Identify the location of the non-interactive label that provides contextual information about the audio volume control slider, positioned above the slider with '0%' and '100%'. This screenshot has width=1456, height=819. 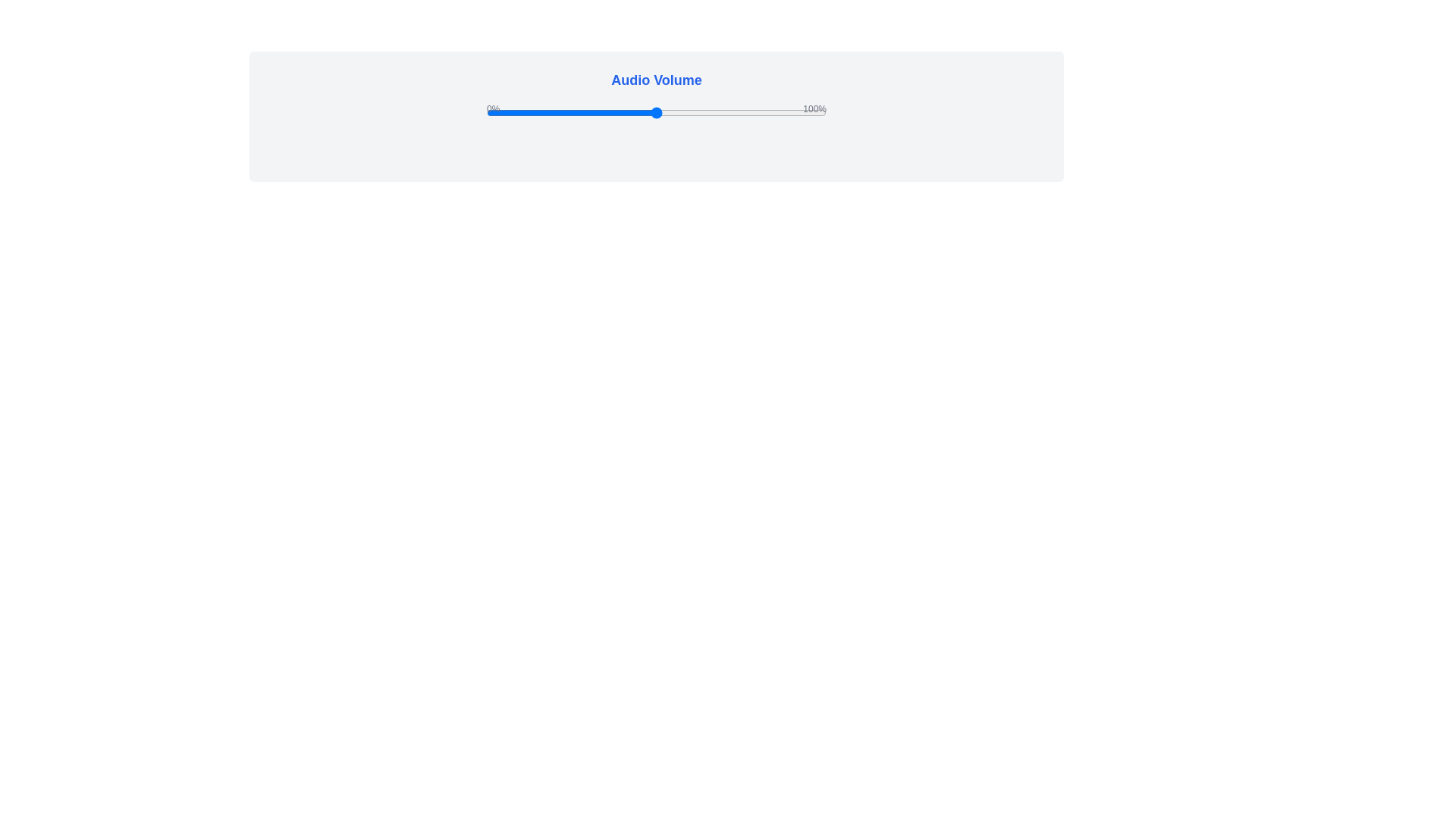
(656, 80).